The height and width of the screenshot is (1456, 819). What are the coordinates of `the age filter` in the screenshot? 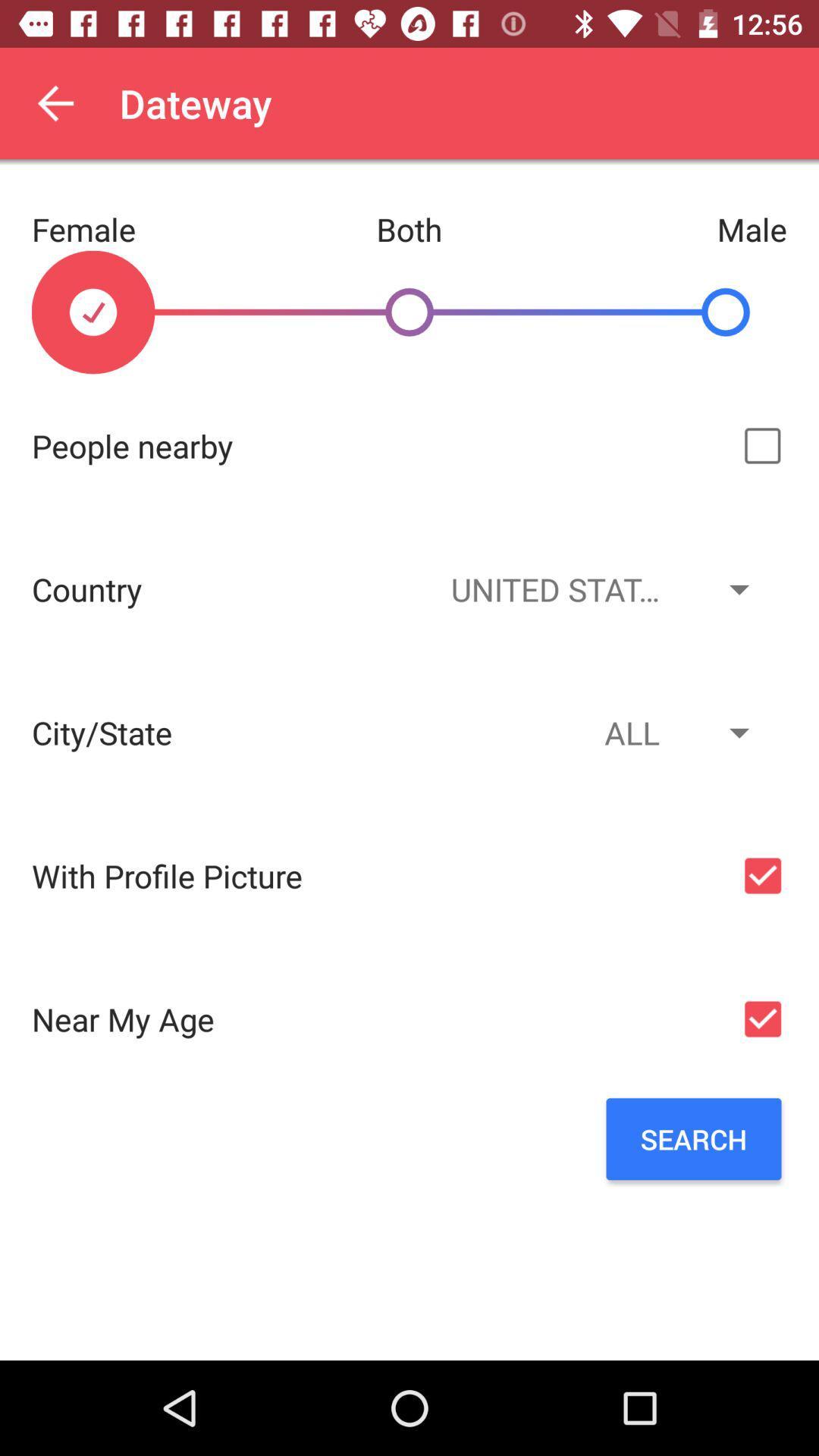 It's located at (762, 1019).